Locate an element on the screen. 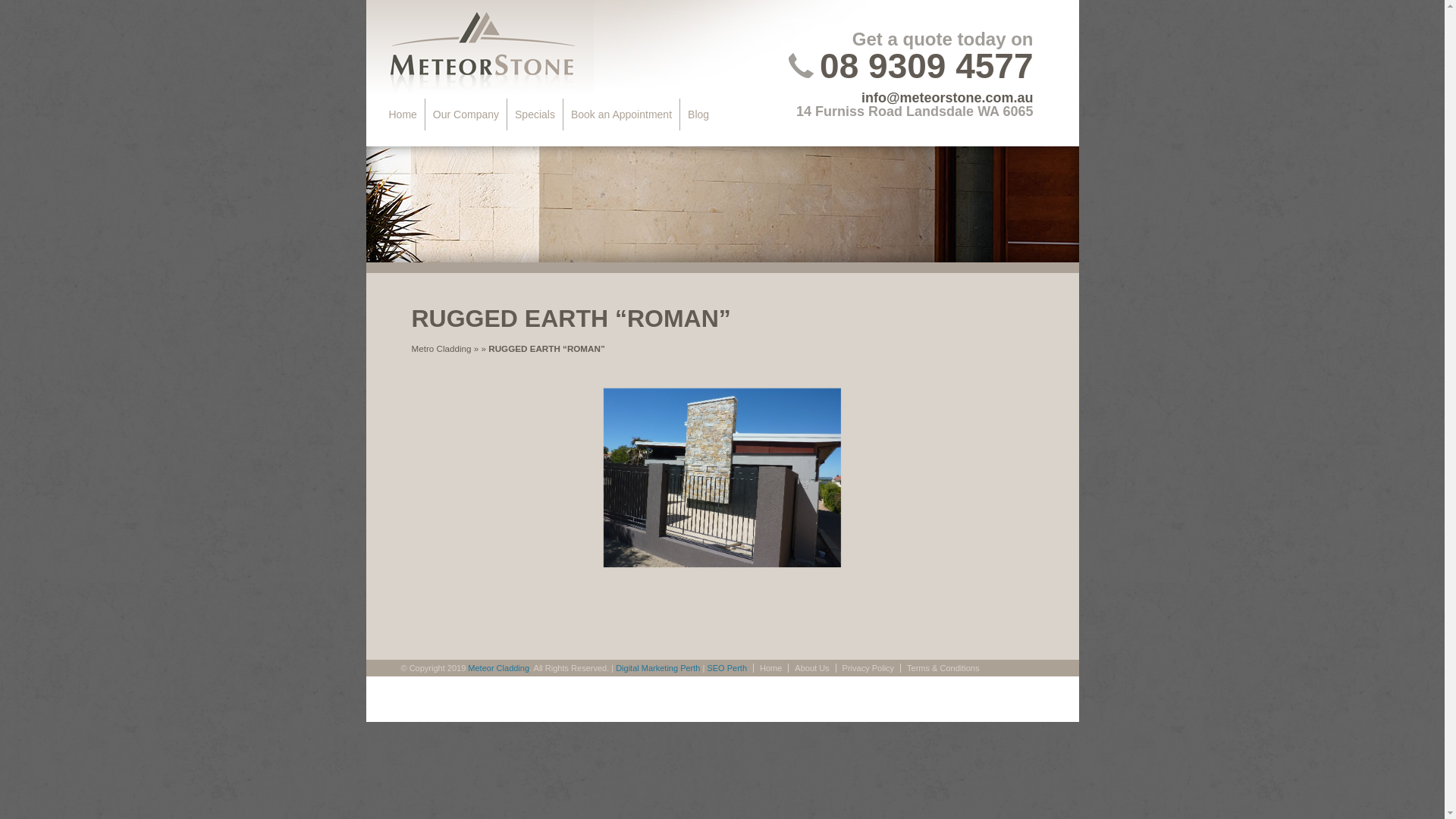 This screenshot has height=819, width=1456. 'Our Company' is located at coordinates (425, 113).